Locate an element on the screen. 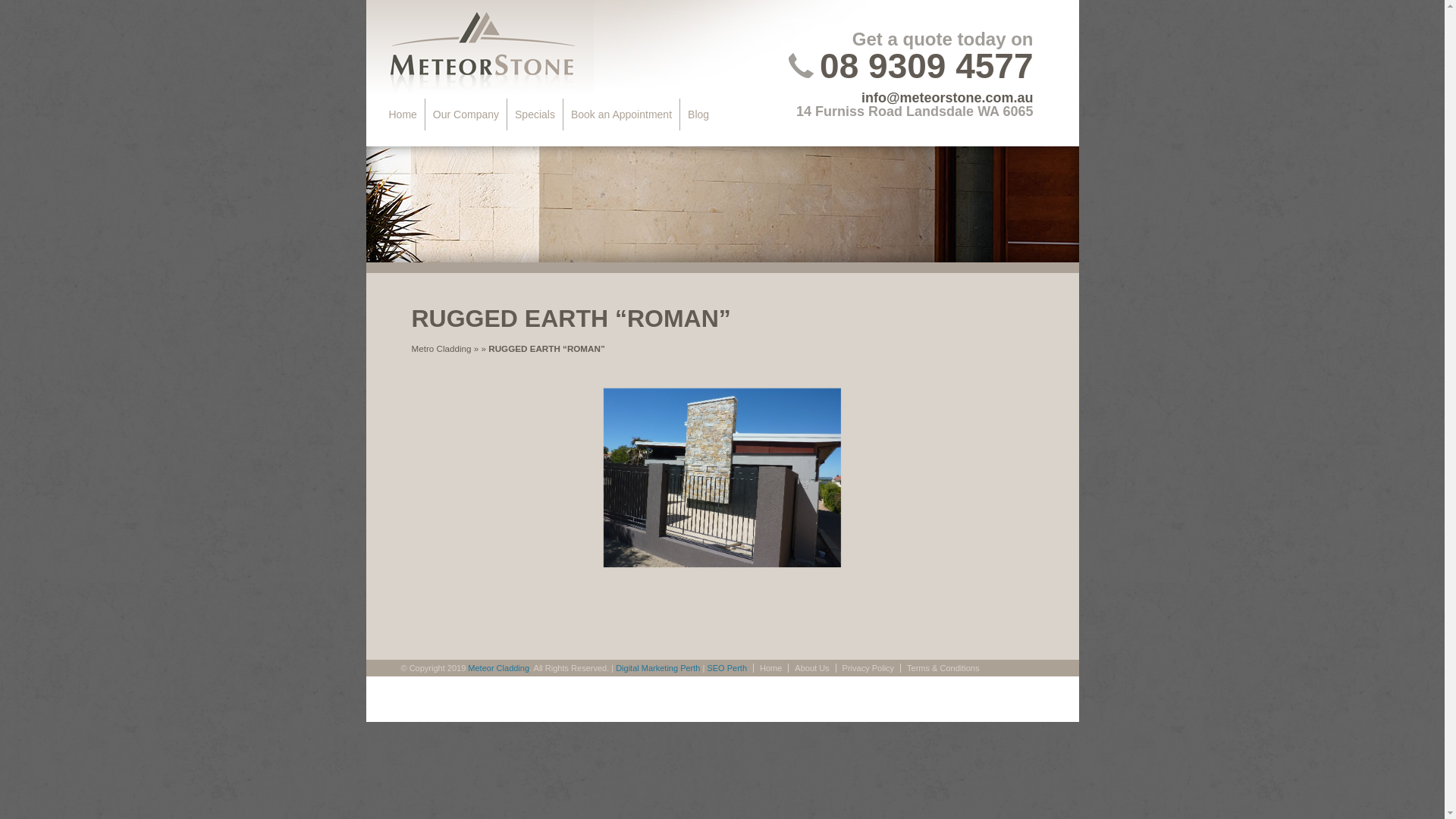 This screenshot has height=819, width=1456. 'Our Company' is located at coordinates (425, 113).